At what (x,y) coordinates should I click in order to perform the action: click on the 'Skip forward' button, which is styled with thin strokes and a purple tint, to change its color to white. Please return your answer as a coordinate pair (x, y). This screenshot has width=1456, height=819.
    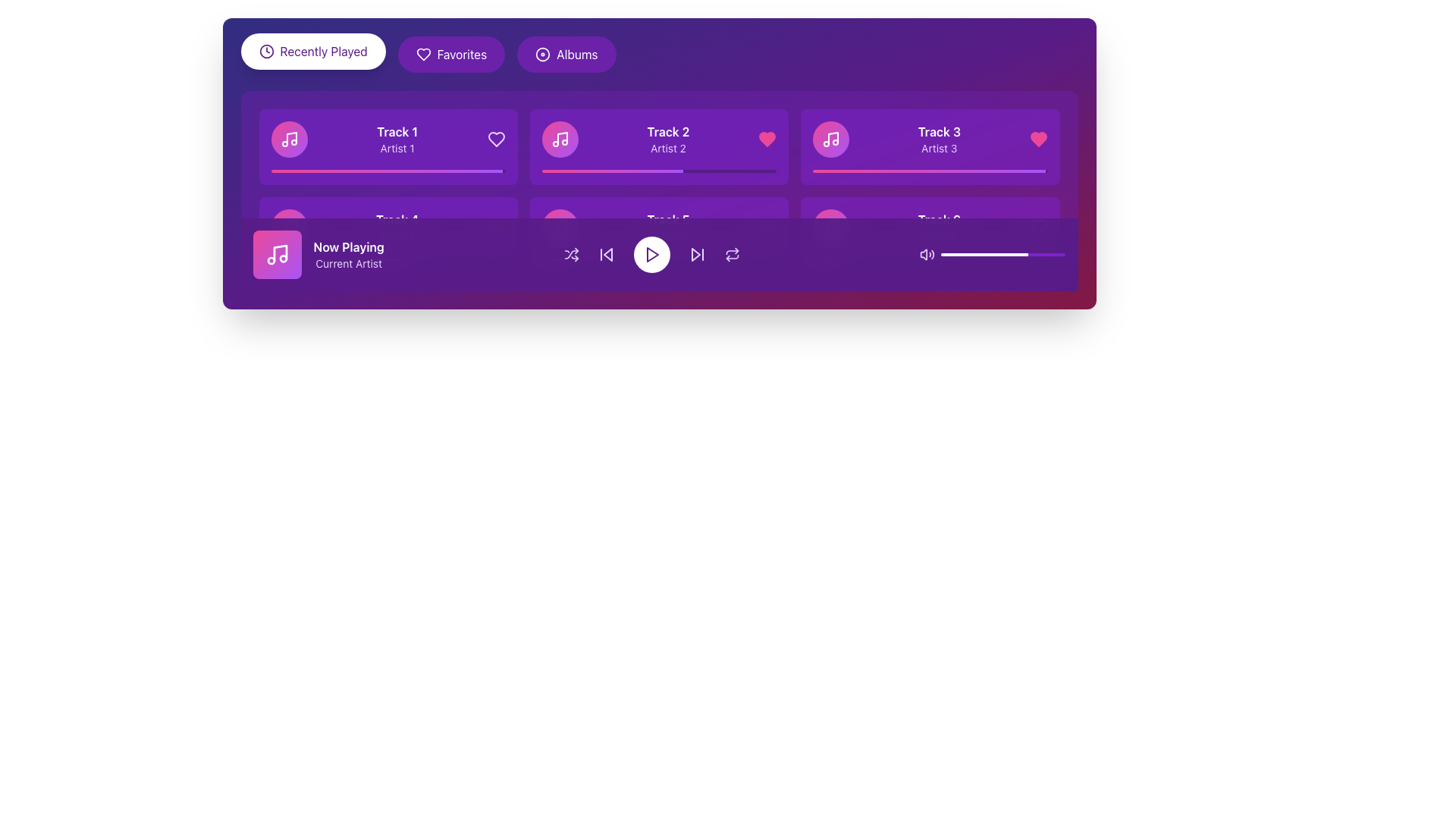
    Looking at the image, I should click on (697, 253).